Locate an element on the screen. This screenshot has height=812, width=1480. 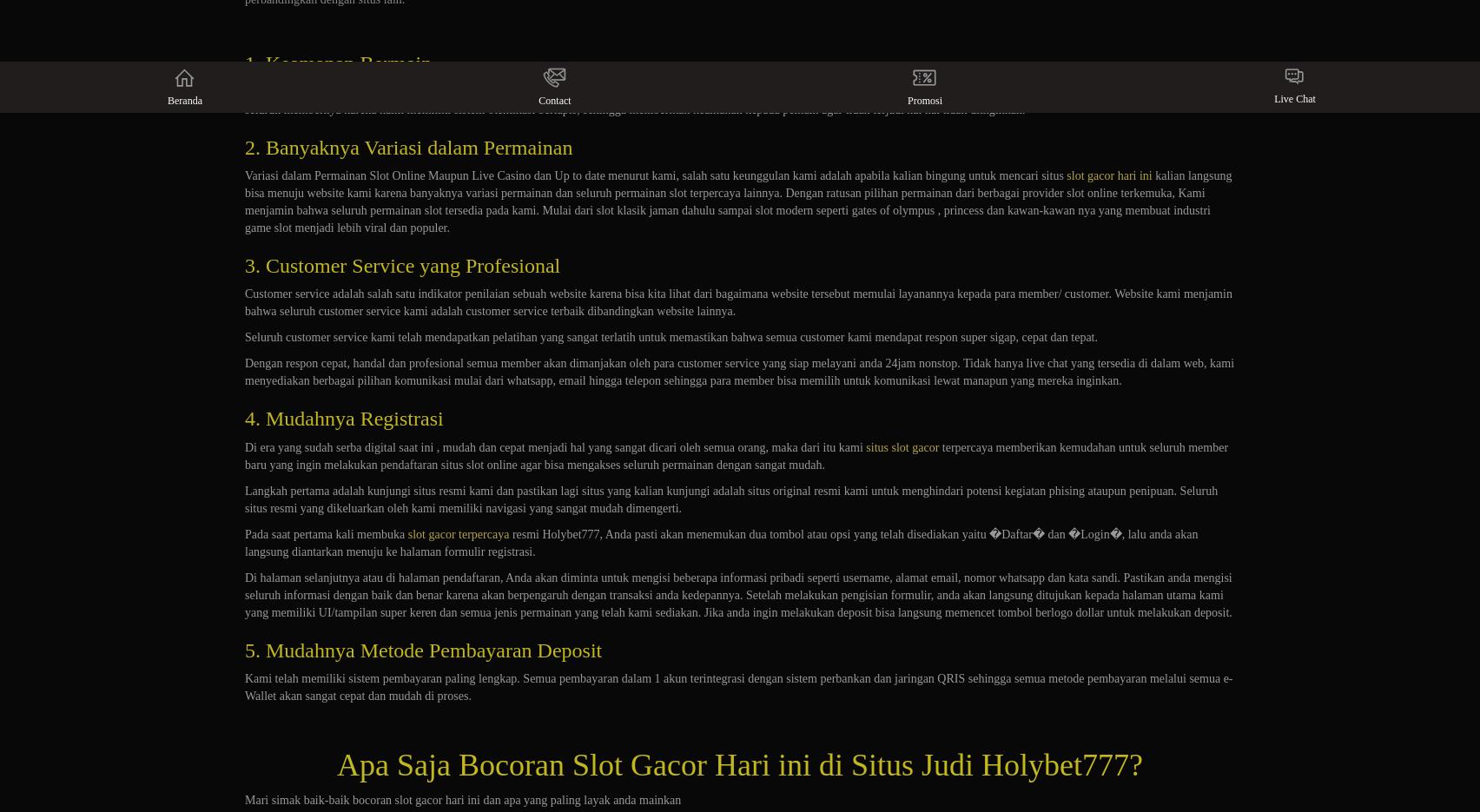
'kalian langsung bisa menuju website kami karena banyaknya variasi permainan dan seluruh permainan slot terpercaya lainnya. Dengan ratusan pilihan permainan dari berbagai provider slot online terkemuka, Kami menjamin bahwa seluruh permainan slot tersedia pada kami. Mulai dari slot klasik jaman dahulu sampai slot modern seperti gates of olympus , princess dan kawan-kawan nya yang membuat industri game slot menjadi lebih viral dan populer.' is located at coordinates (737, 201).